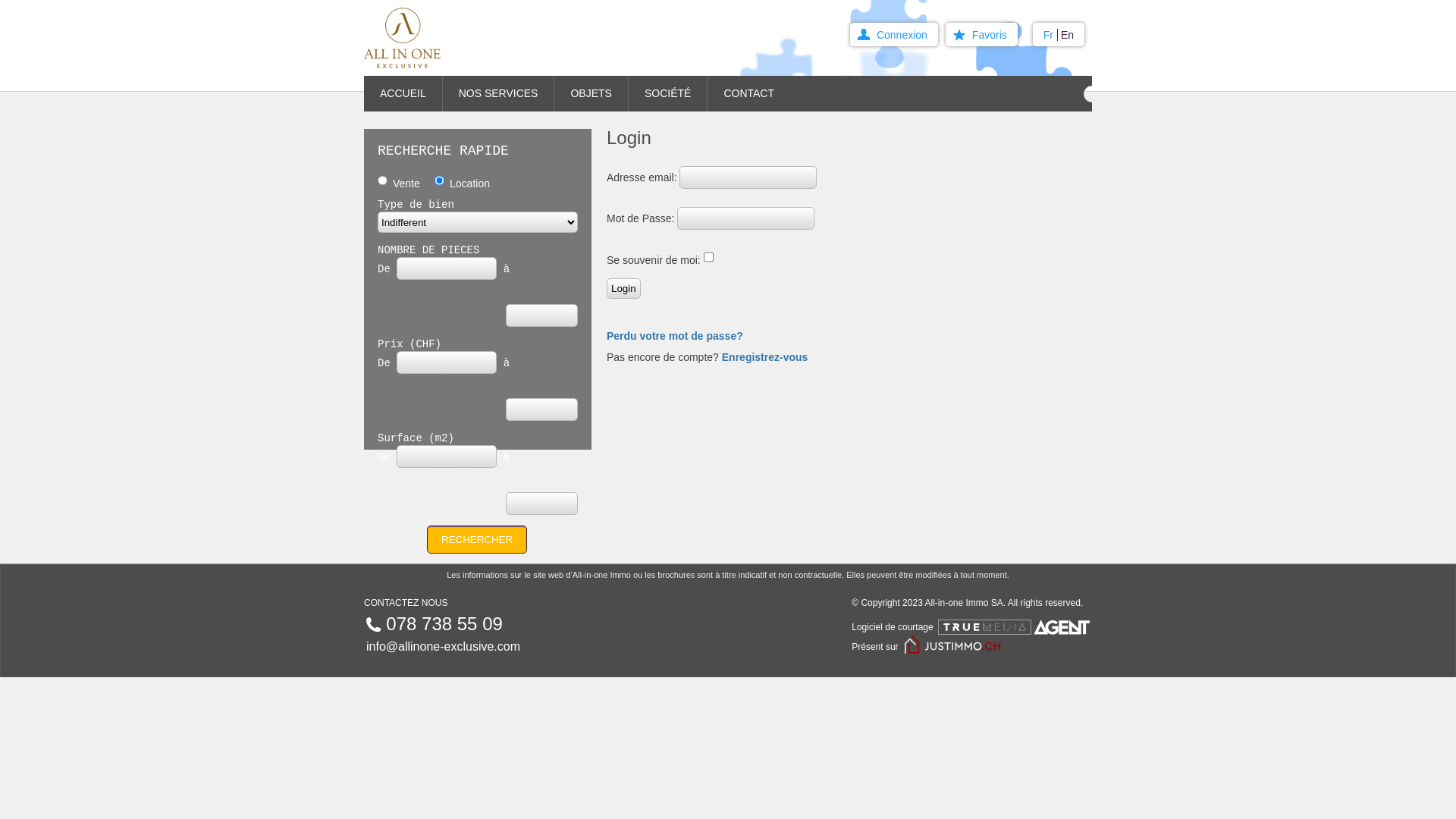 The image size is (1456, 819). Describe the element at coordinates (442, 646) in the screenshot. I see `'info@allinone-exclusive.com'` at that location.